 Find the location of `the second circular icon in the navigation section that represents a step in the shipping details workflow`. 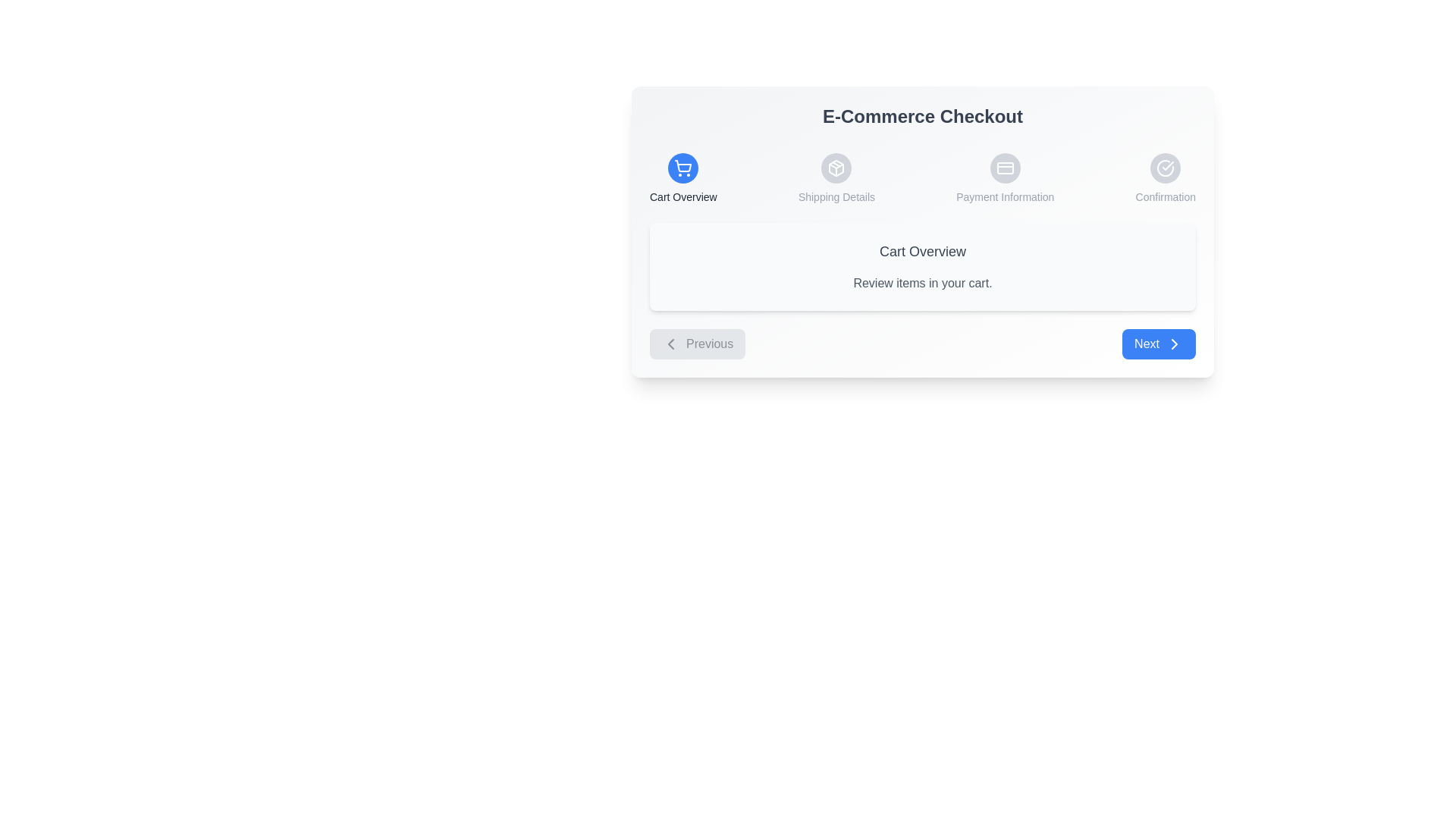

the second circular icon in the navigation section that represents a step in the shipping details workflow is located at coordinates (836, 168).